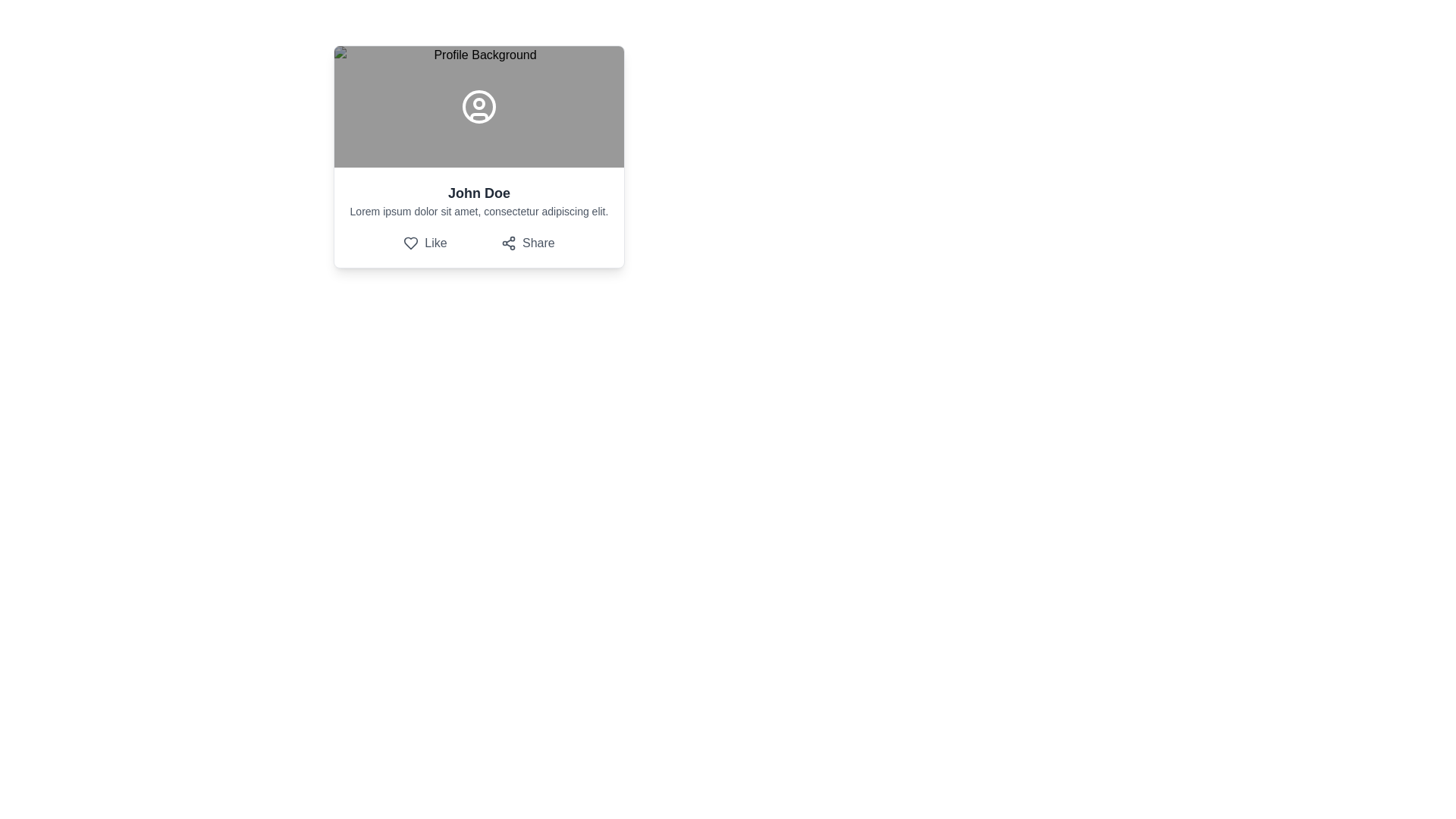  Describe the element at coordinates (411, 242) in the screenshot. I see `the 'like' icon located on the left side of the action strip, which is used to express approval for content` at that location.